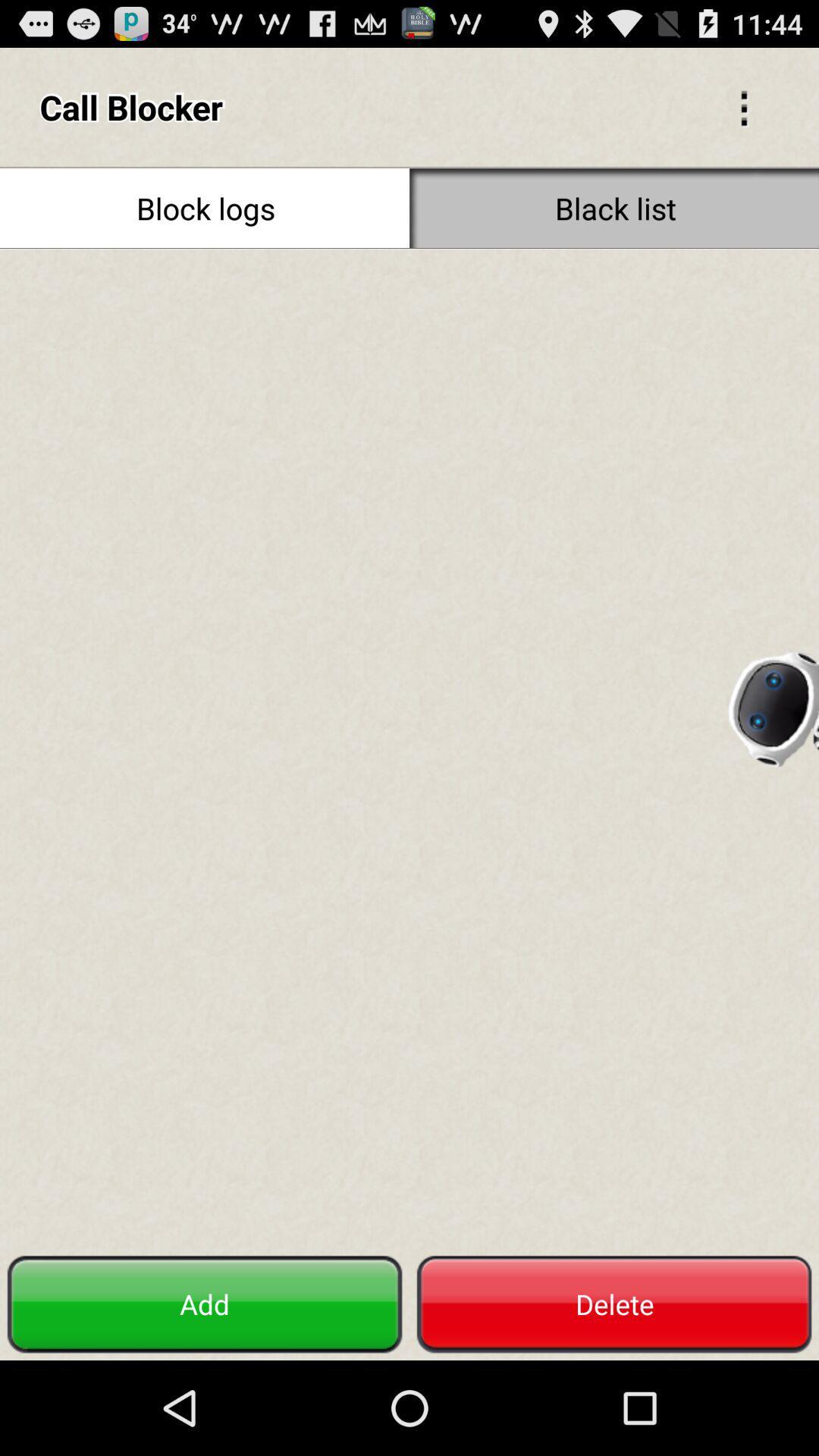 This screenshot has width=819, height=1456. Describe the element at coordinates (614, 1304) in the screenshot. I see `the button next to the add button` at that location.